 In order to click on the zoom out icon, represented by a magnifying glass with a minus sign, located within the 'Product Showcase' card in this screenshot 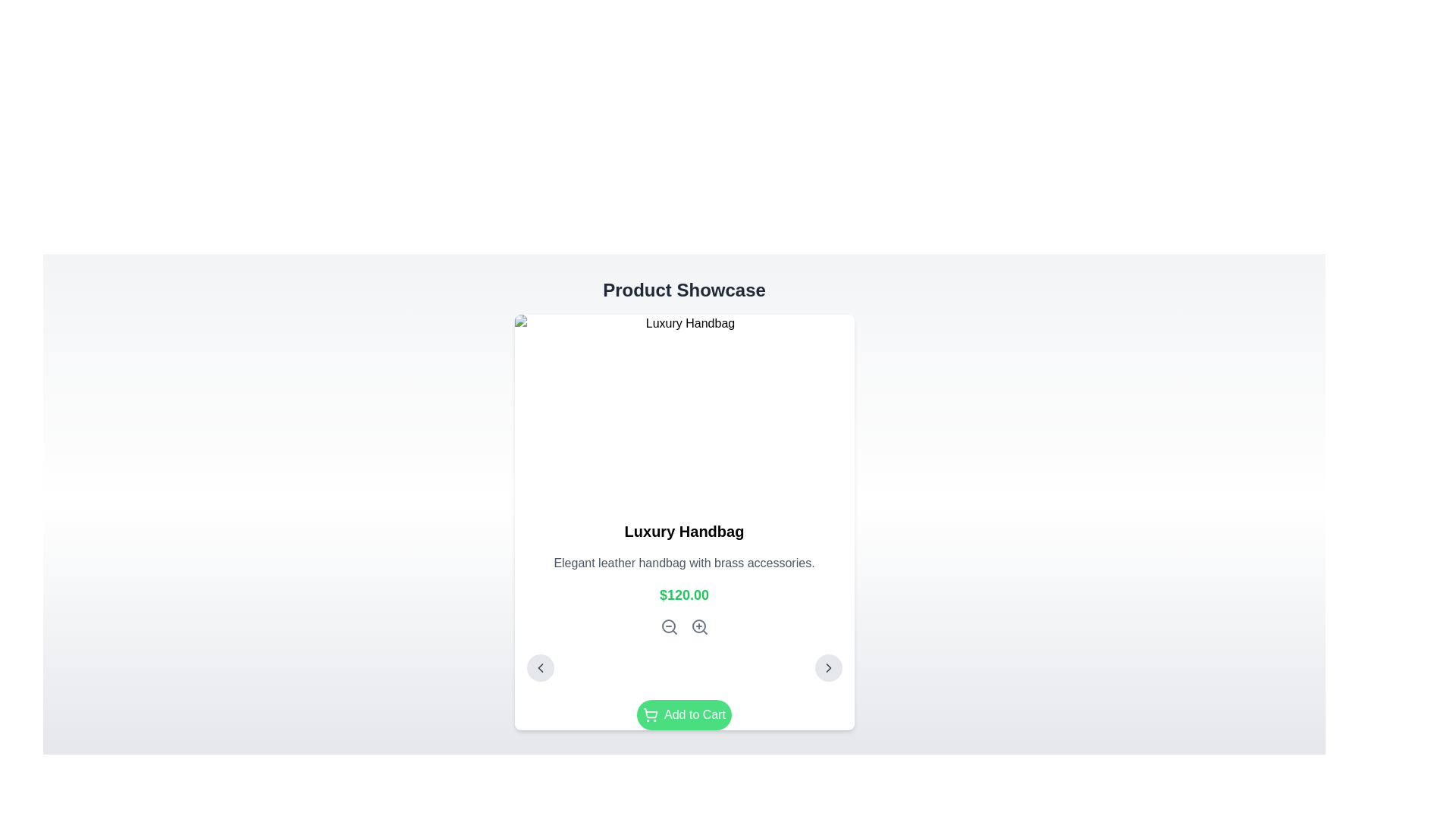, I will do `click(668, 626)`.